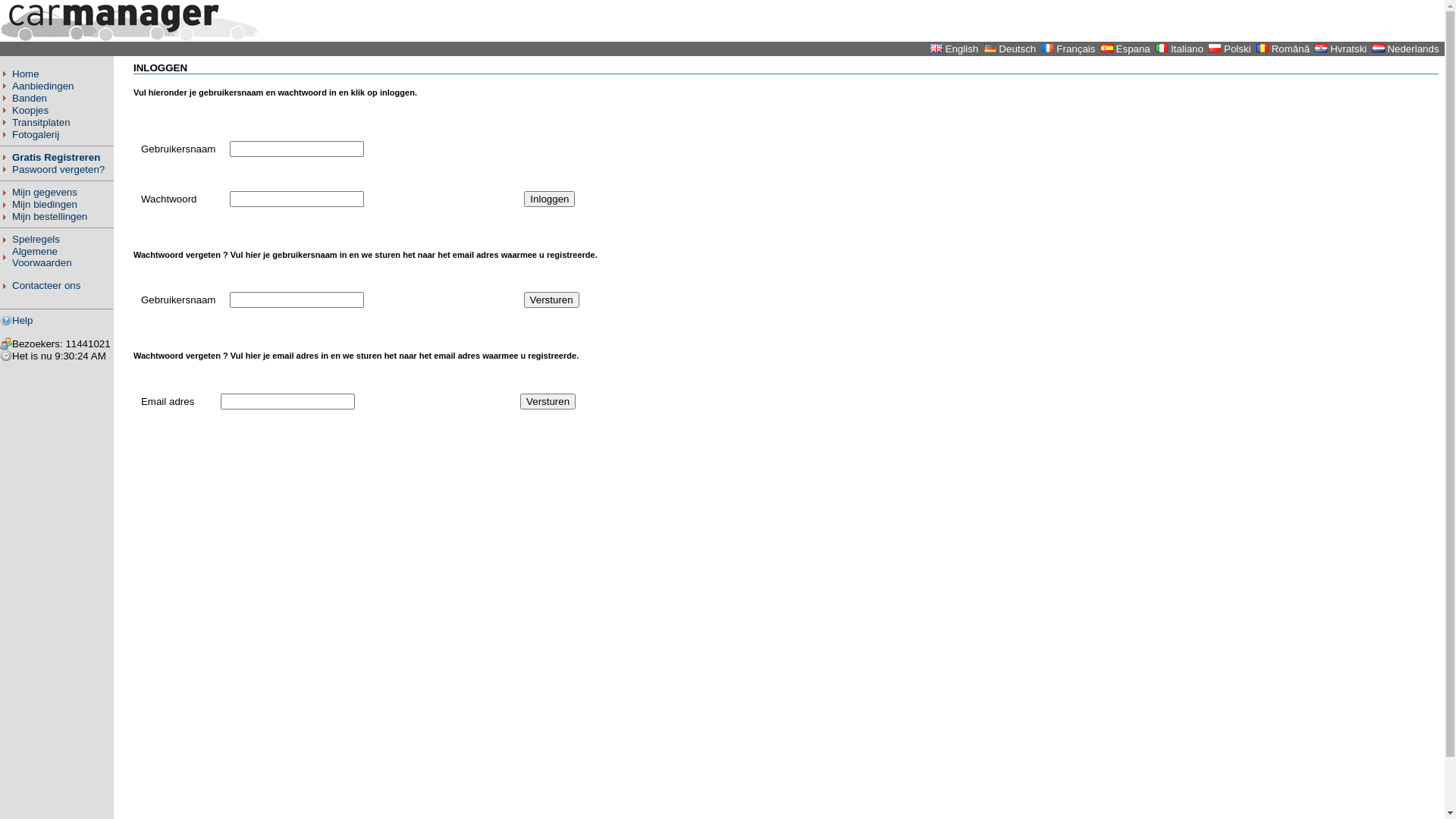  I want to click on 'Deutsch', so click(1017, 48).